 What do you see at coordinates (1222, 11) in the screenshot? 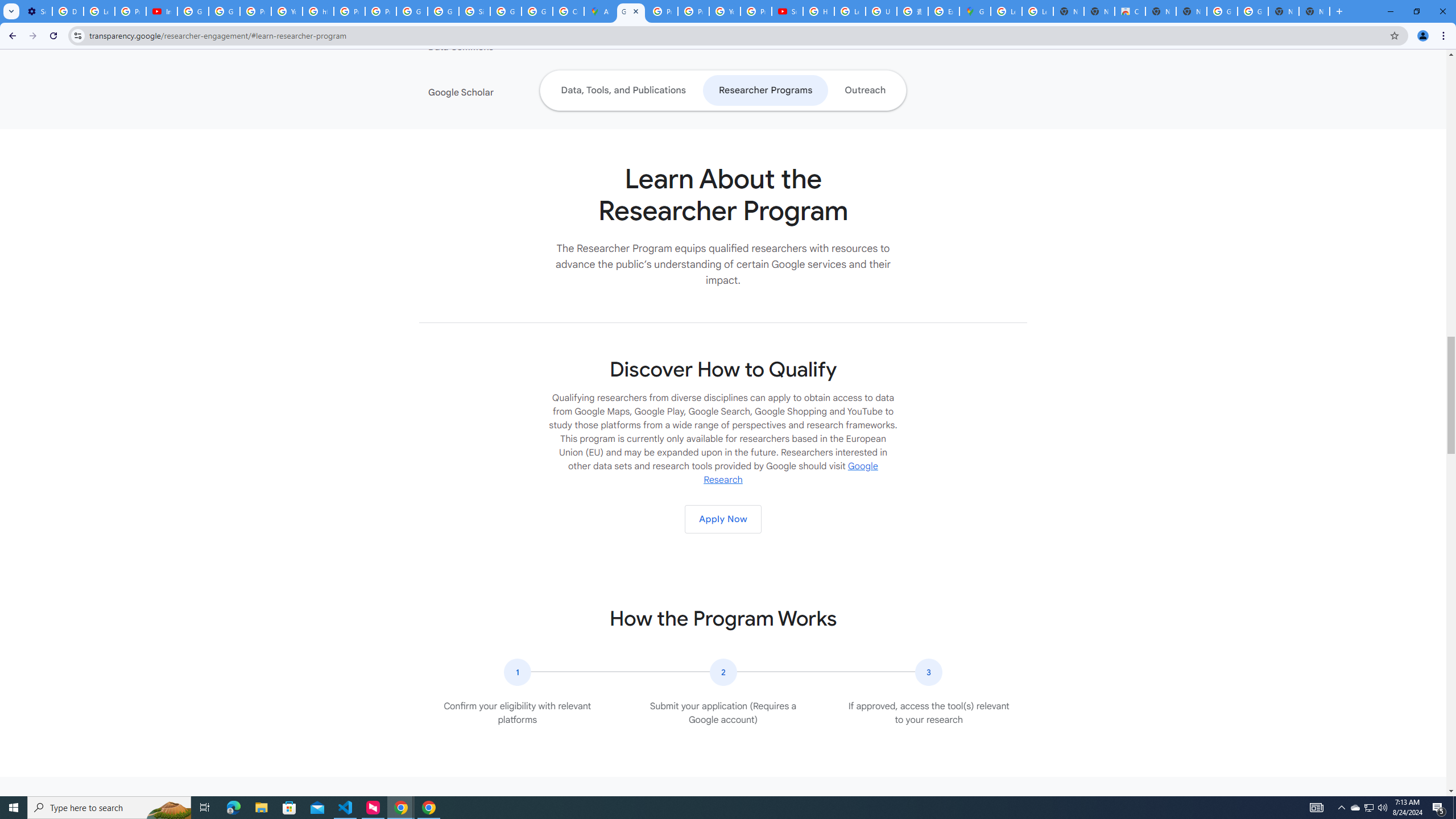
I see `'Google Images'` at bounding box center [1222, 11].